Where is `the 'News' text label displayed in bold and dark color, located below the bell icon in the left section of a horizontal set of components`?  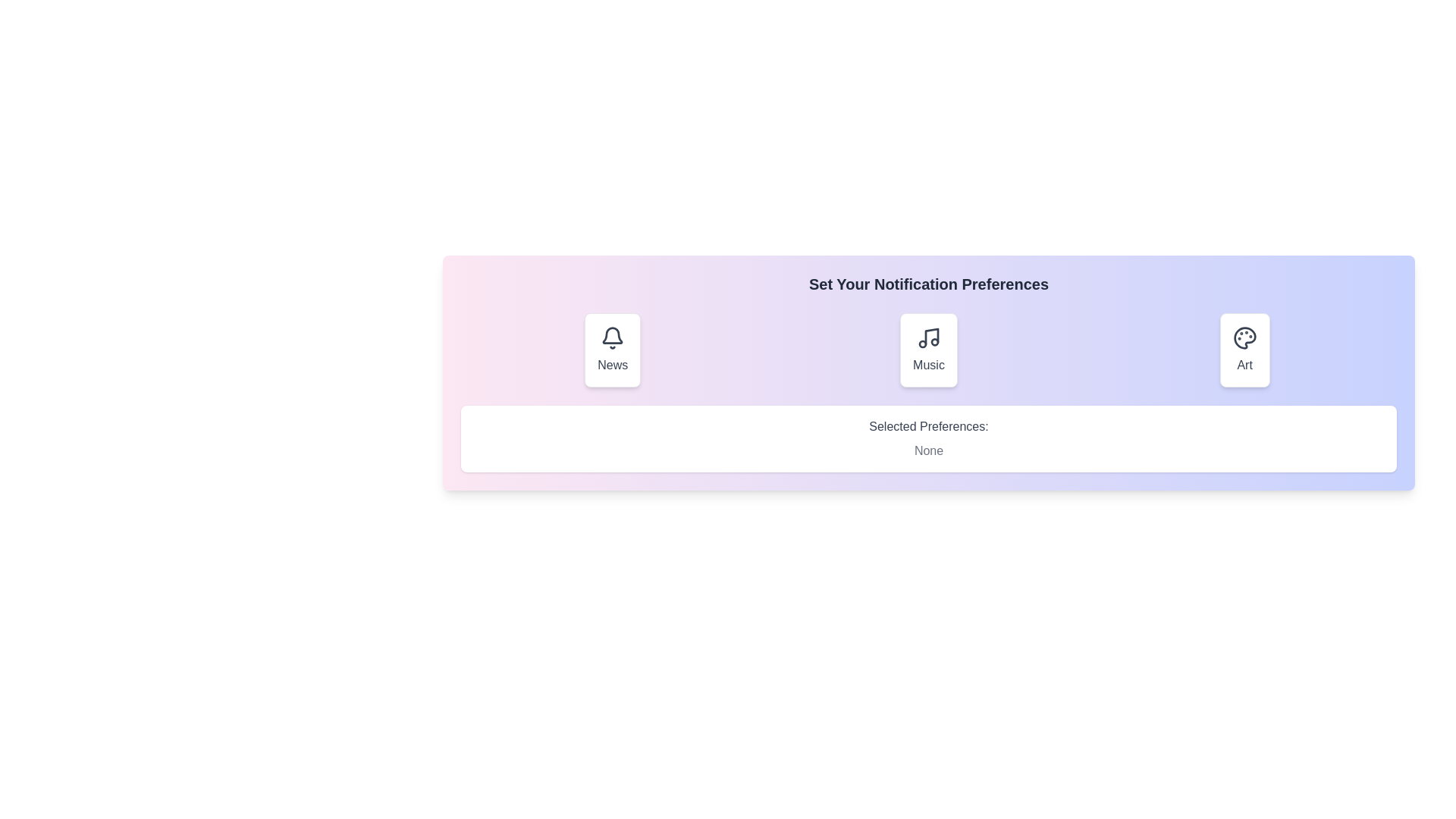 the 'News' text label displayed in bold and dark color, located below the bell icon in the left section of a horizontal set of components is located at coordinates (612, 366).